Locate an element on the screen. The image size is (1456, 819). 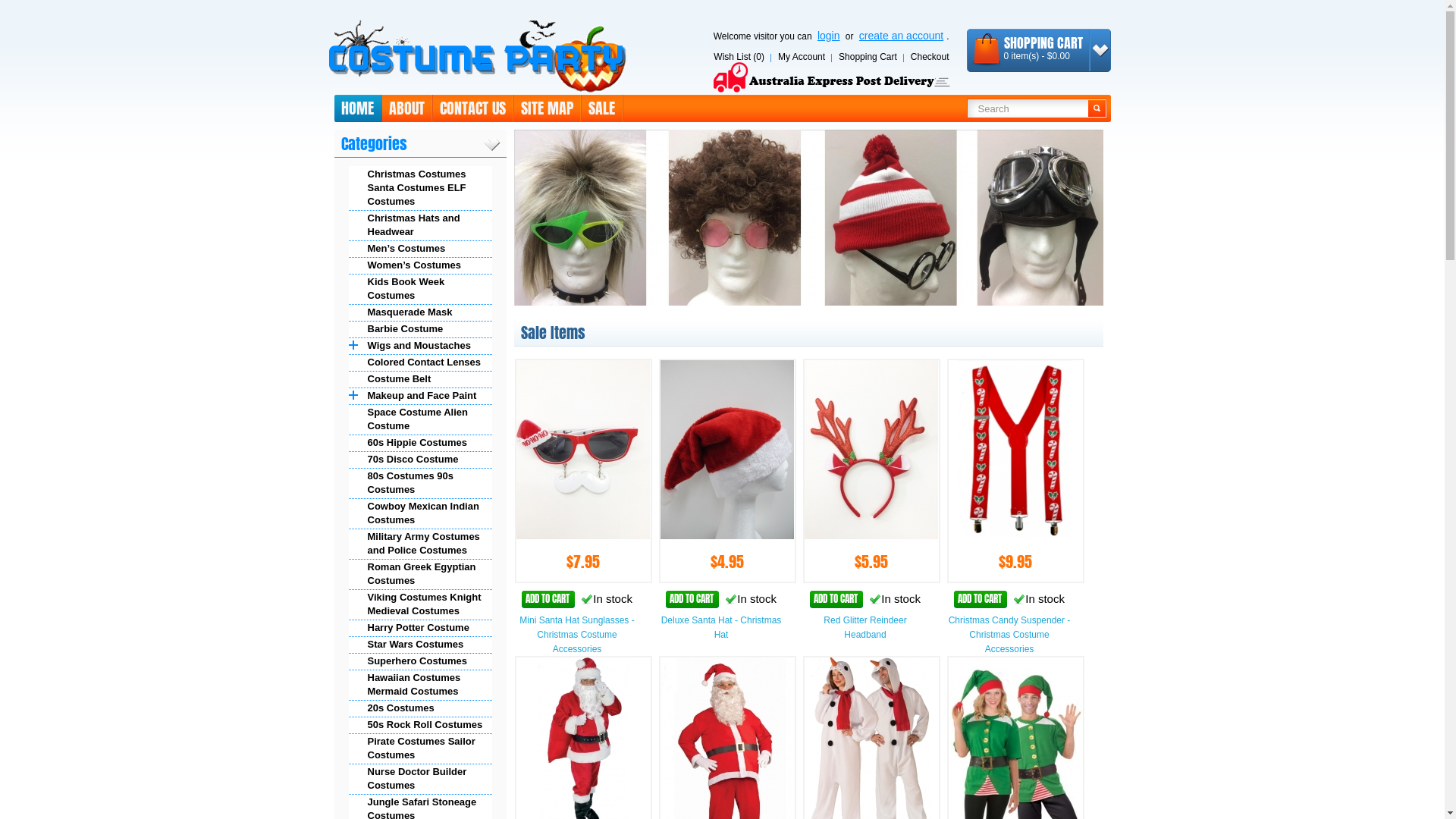
'Cowboy Mexican Indian Costumes' is located at coordinates (348, 513).